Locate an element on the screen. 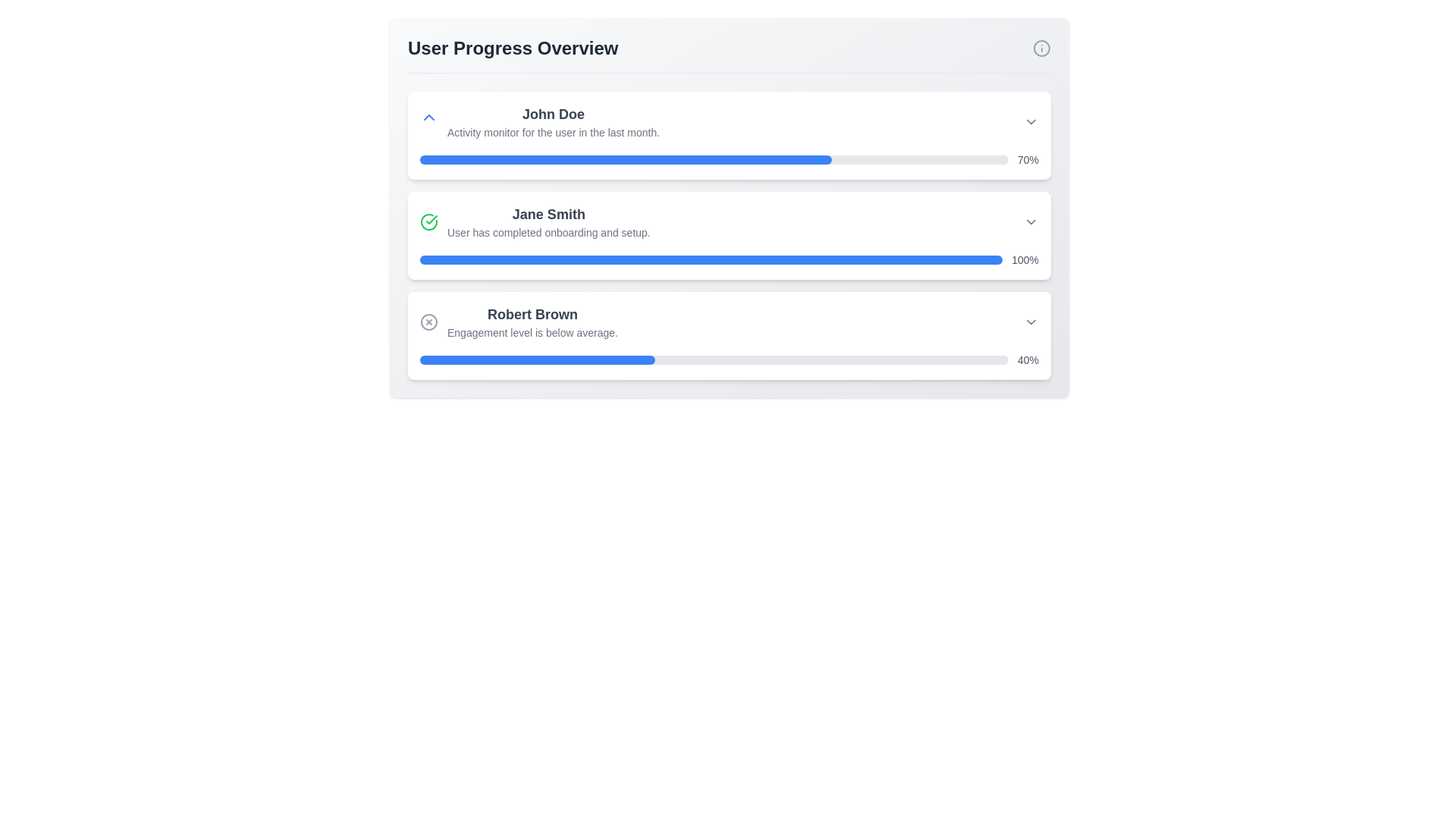  text from the label displaying '100%' styled in gray color, located immediately to the right of the blue progress bar is located at coordinates (1025, 259).